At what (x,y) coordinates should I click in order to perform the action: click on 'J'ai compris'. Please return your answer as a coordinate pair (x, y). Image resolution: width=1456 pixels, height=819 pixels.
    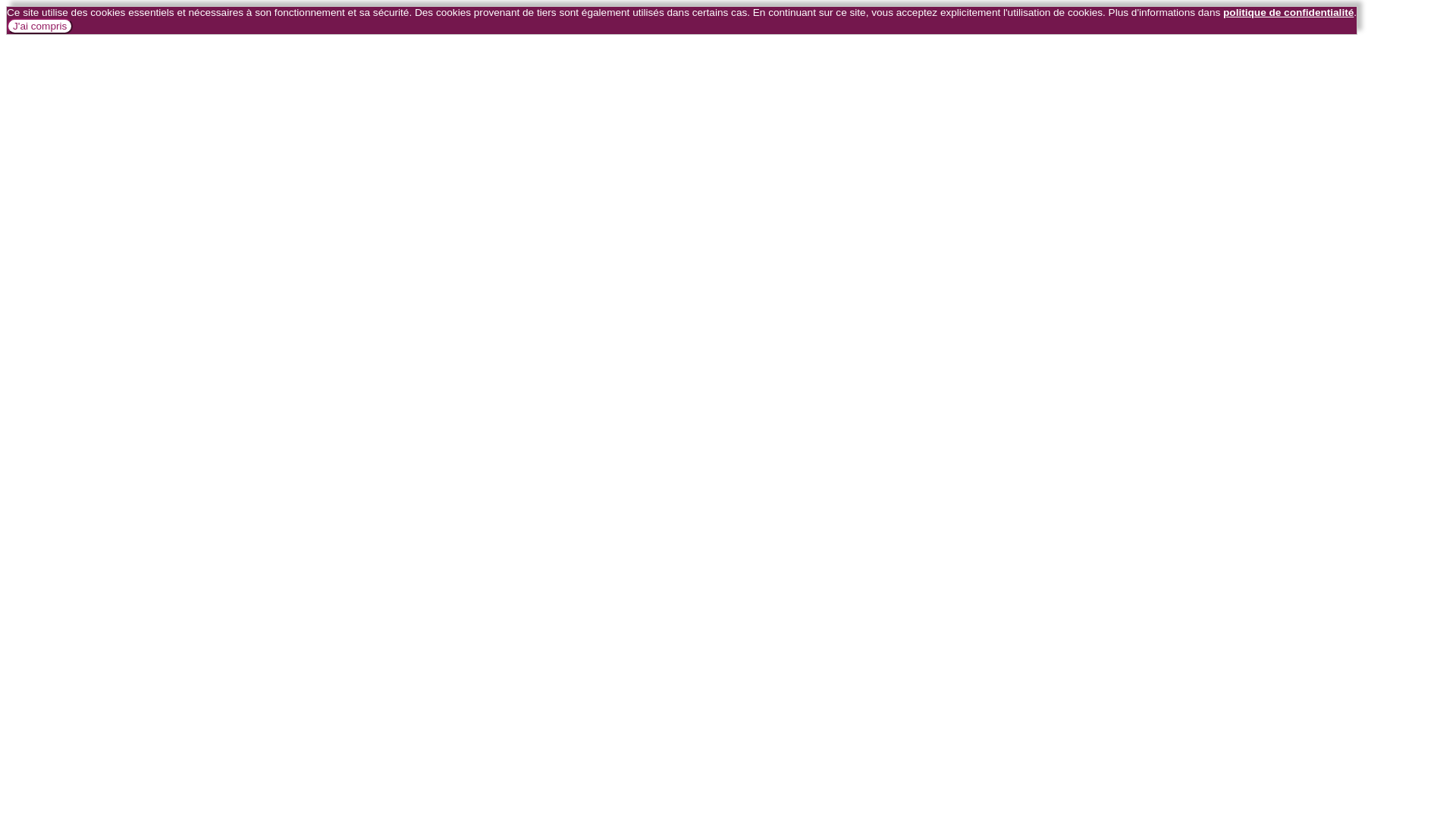
    Looking at the image, I should click on (39, 26).